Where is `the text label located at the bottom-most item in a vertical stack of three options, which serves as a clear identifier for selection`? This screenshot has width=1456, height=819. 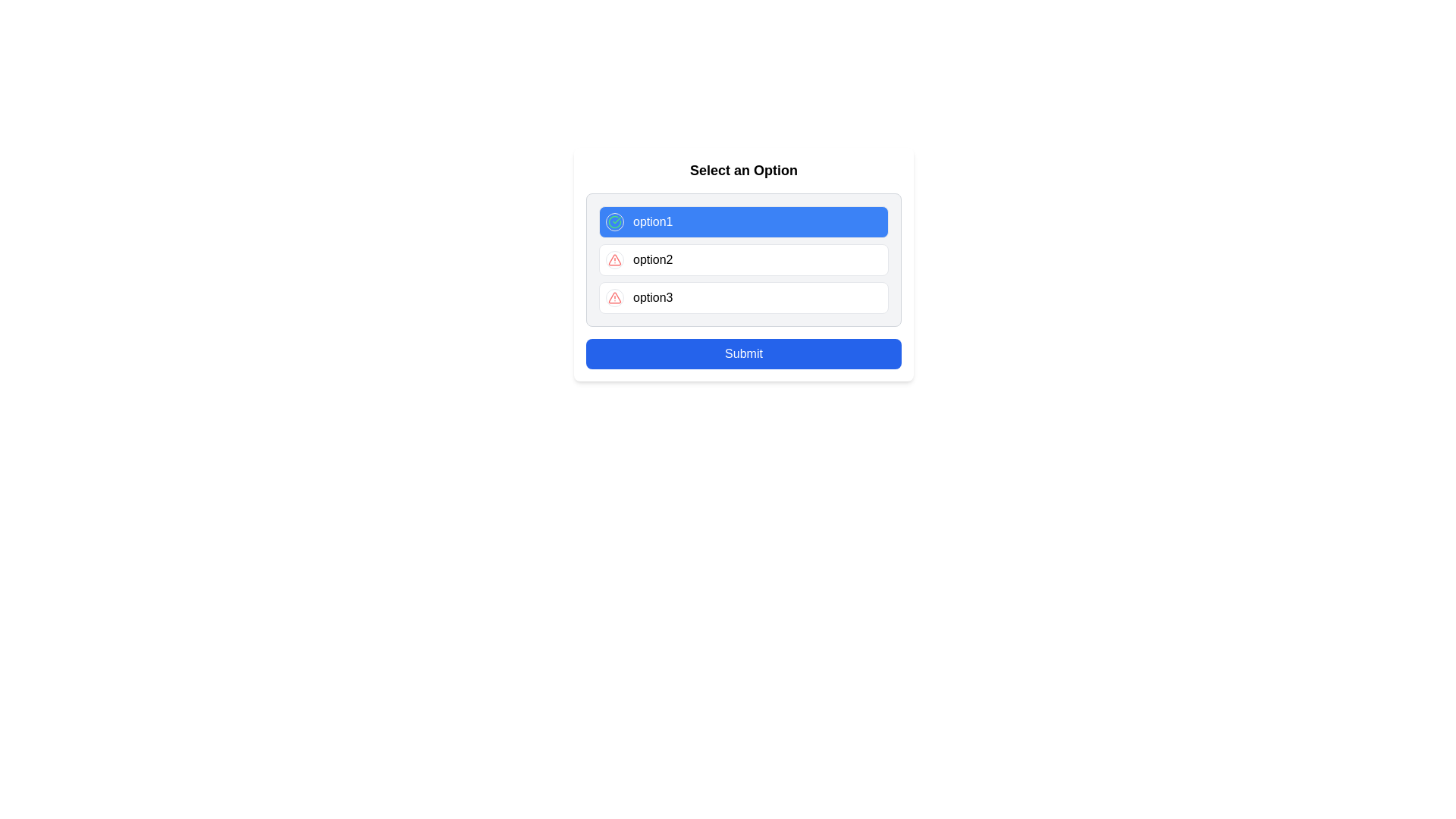
the text label located at the bottom-most item in a vertical stack of three options, which serves as a clear identifier for selection is located at coordinates (653, 298).